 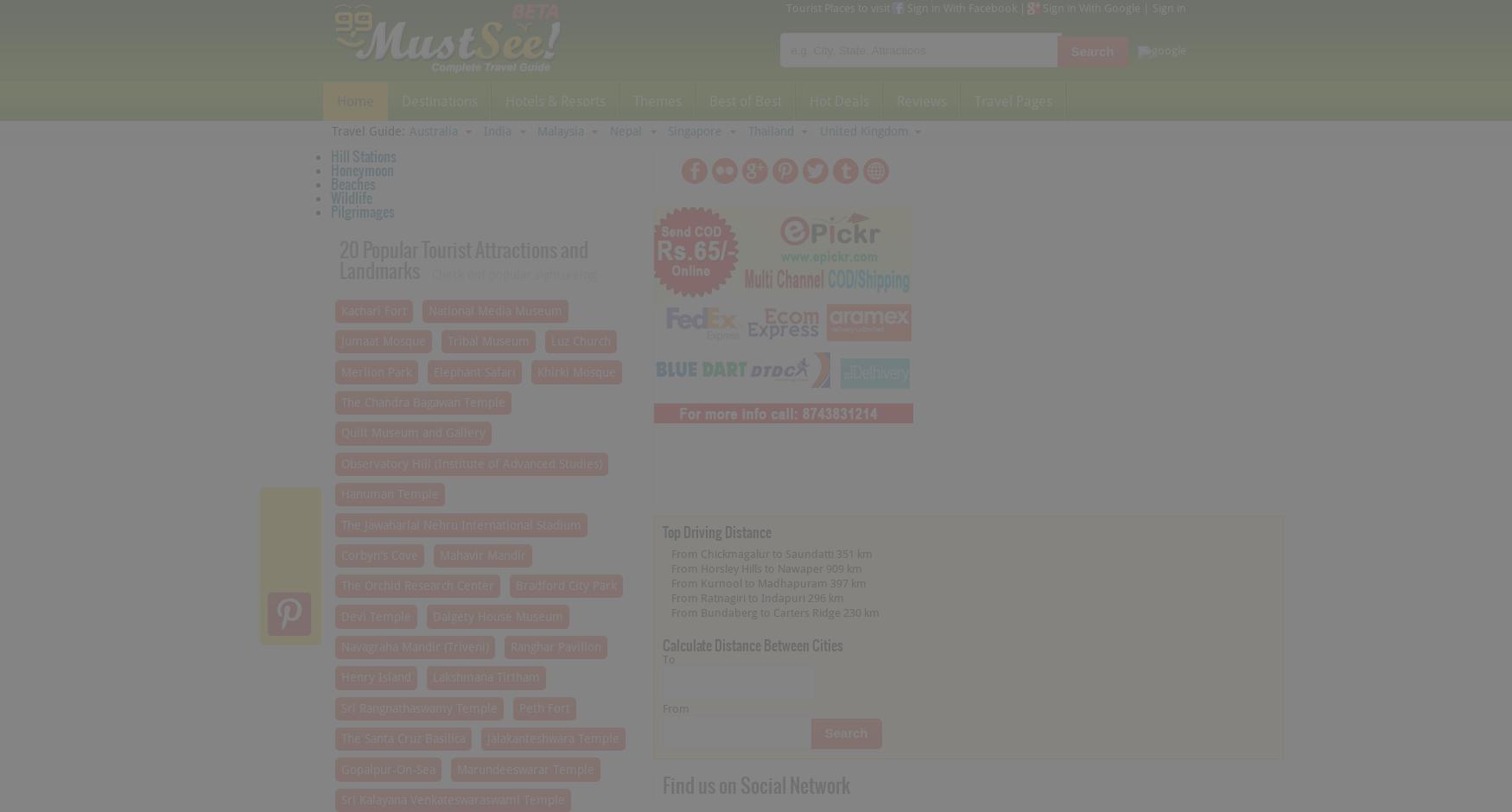 I want to click on 'Search', so click(x=823, y=732).